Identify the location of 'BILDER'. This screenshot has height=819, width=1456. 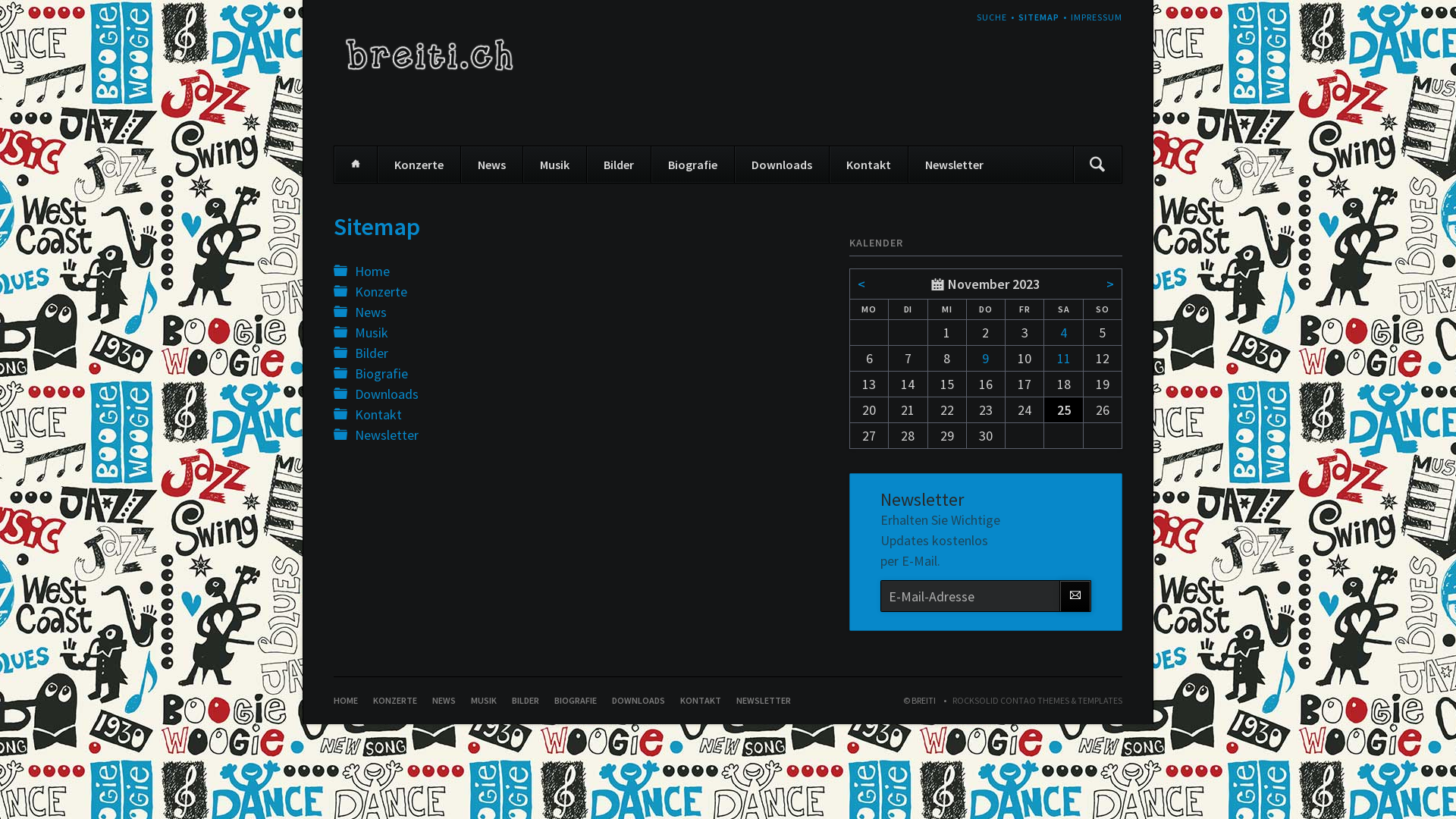
(525, 700).